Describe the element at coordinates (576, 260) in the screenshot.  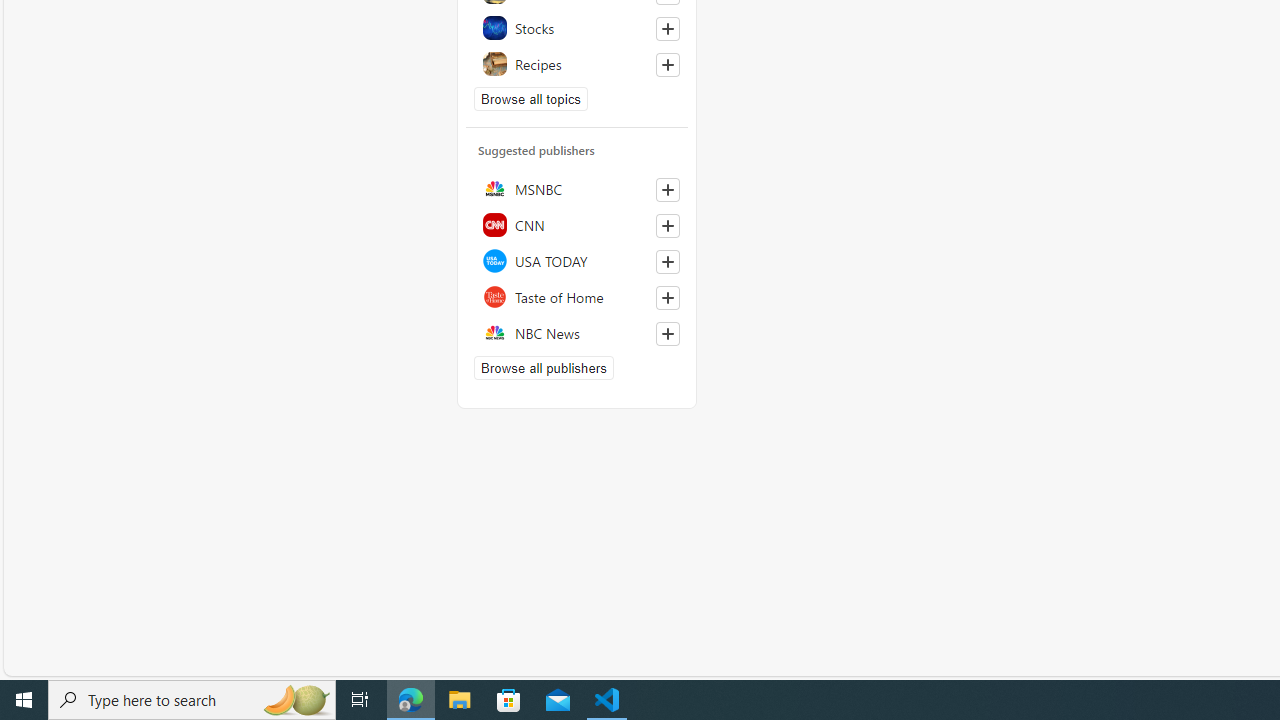
I see `'USA TODAY'` at that location.